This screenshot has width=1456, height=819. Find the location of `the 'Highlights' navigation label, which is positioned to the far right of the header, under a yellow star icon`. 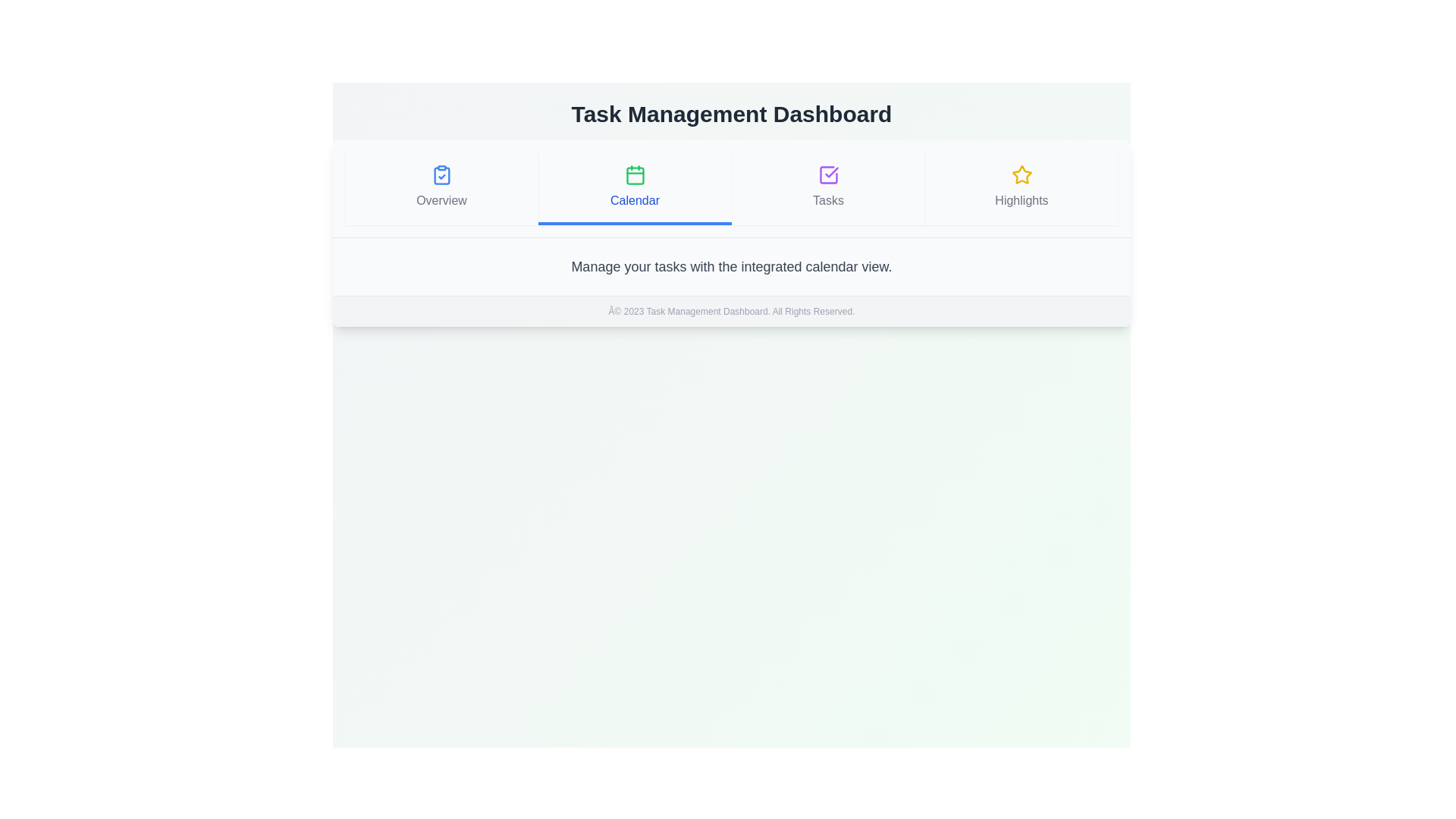

the 'Highlights' navigation label, which is positioned to the far right of the header, under a yellow star icon is located at coordinates (1021, 200).